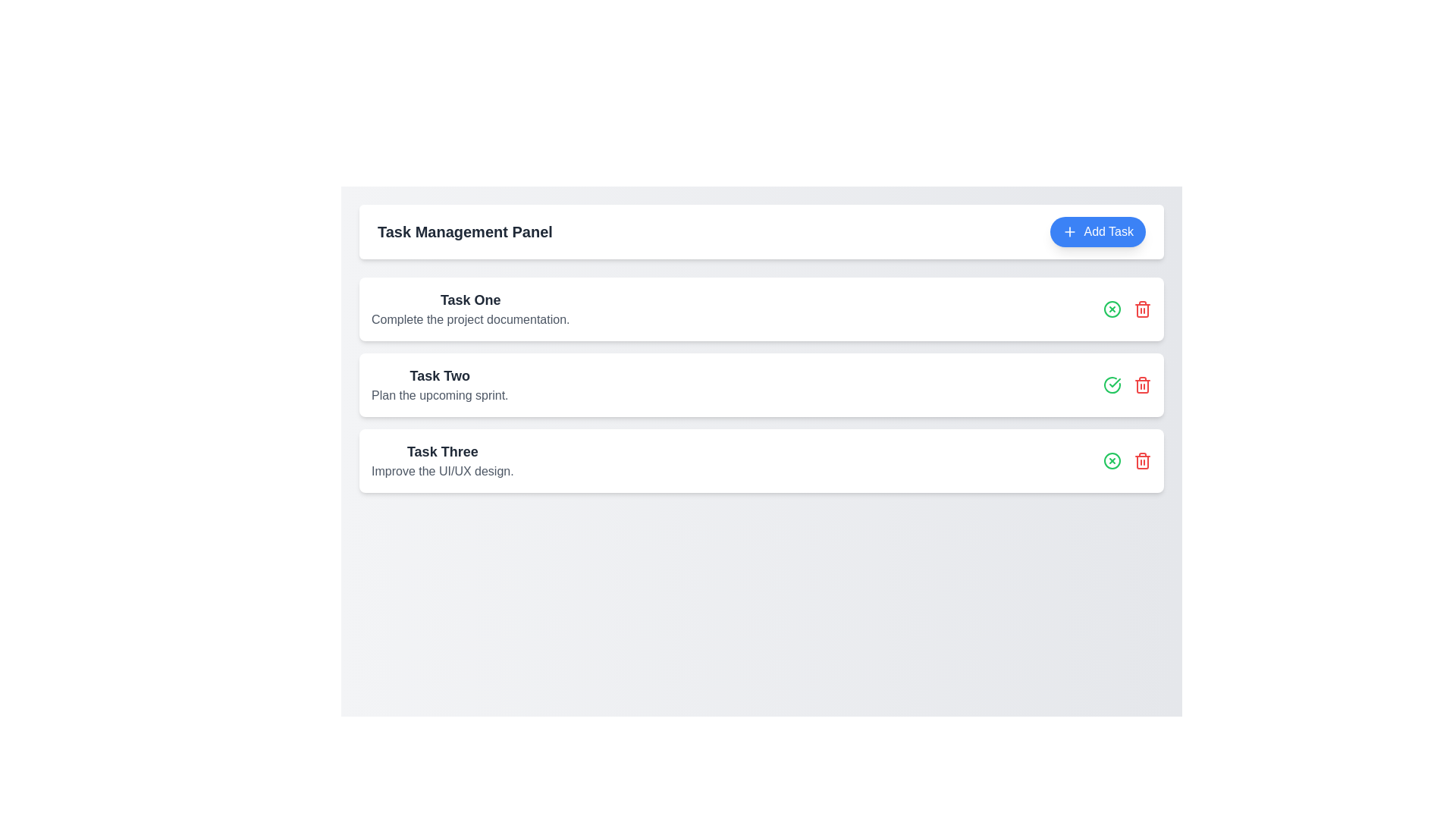  Describe the element at coordinates (469, 309) in the screenshot. I see `the Information display card` at that location.